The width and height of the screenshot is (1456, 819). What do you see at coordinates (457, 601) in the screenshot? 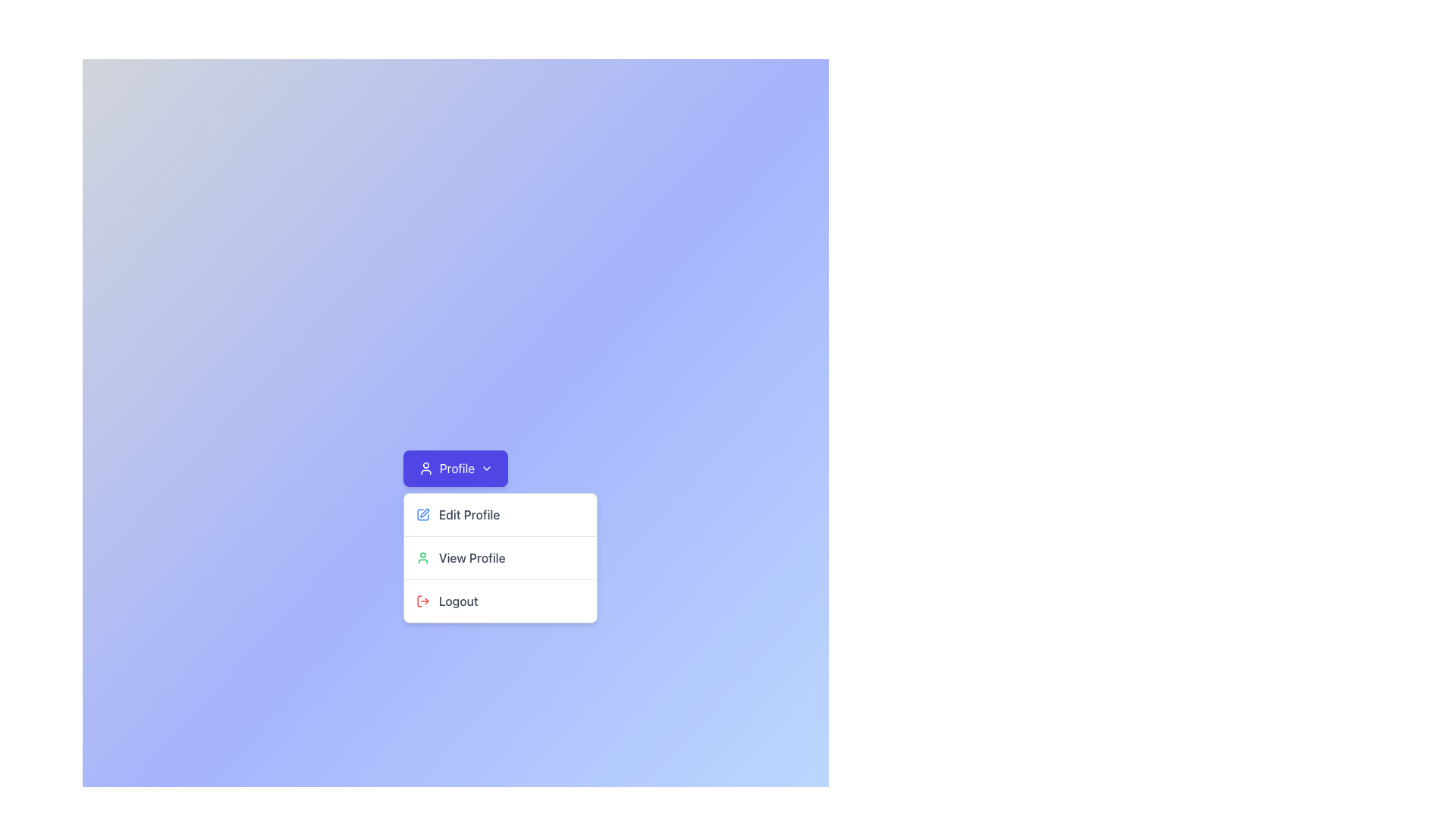
I see `the 'Logout' text label located in the dropdown menu, positioned below 'View Profile' and next to a red log-out icon` at bounding box center [457, 601].